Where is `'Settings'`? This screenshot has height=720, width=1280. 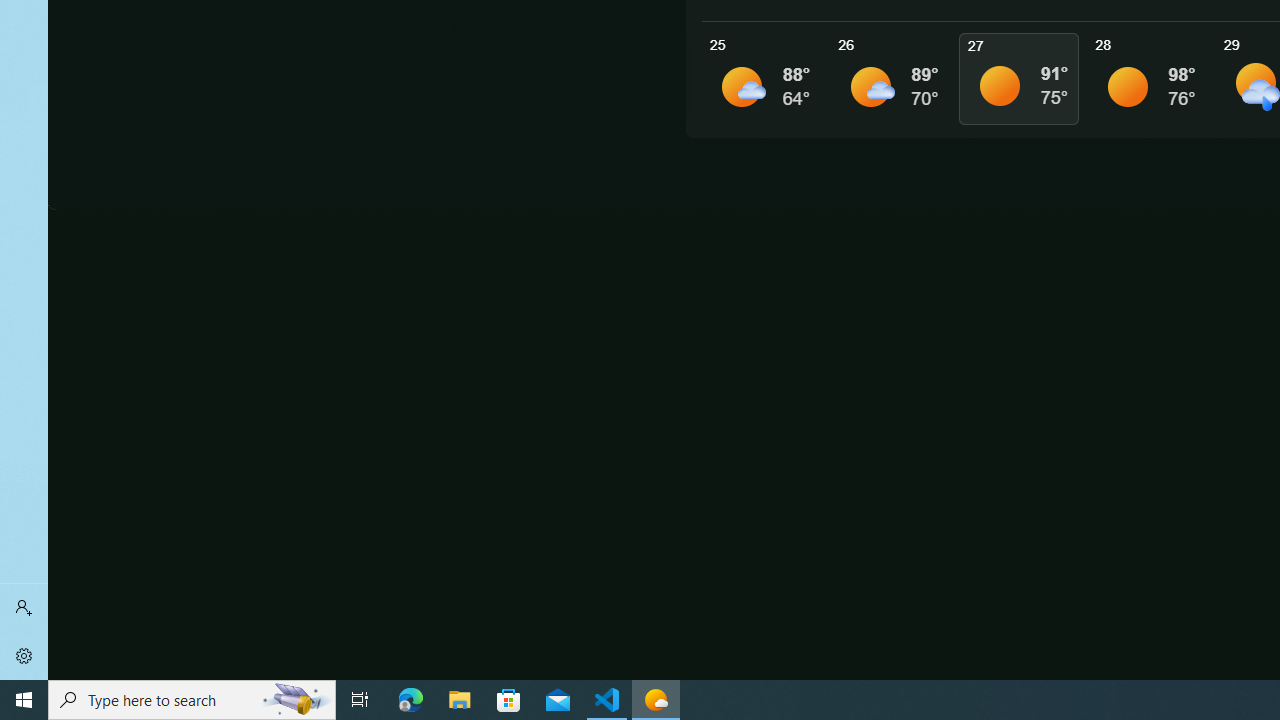
'Settings' is located at coordinates (24, 655).